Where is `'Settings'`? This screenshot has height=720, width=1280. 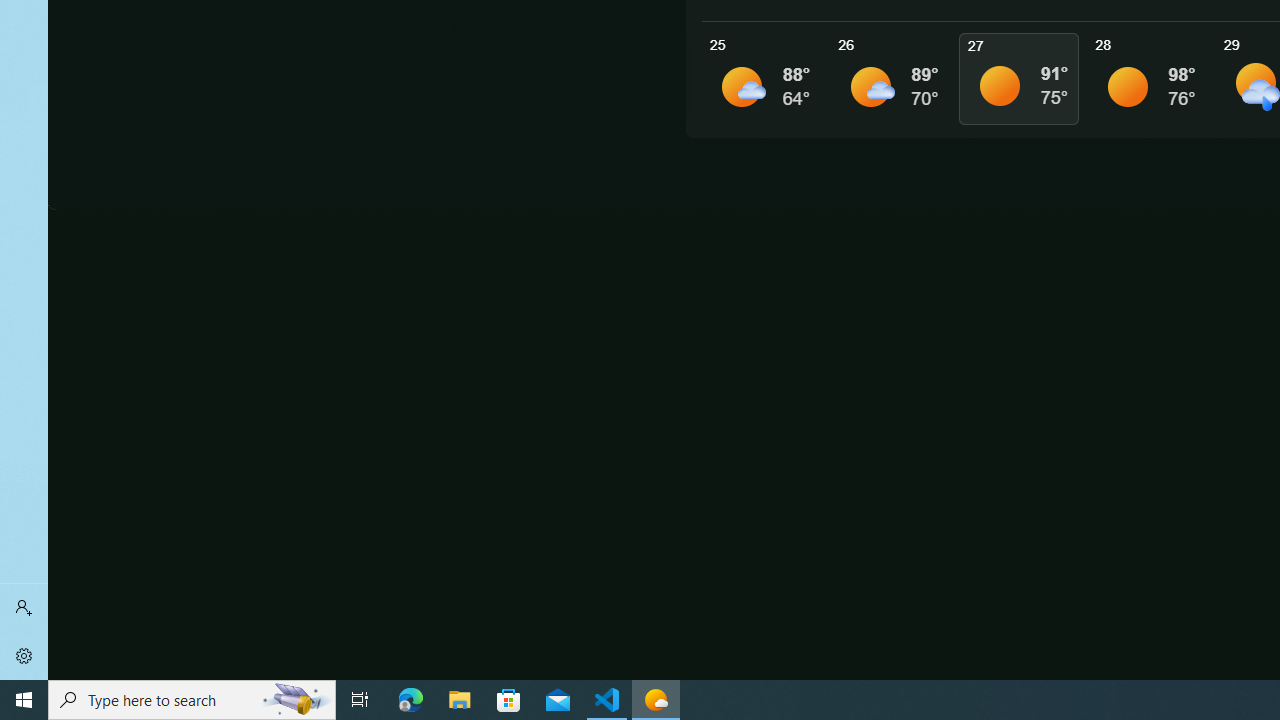
'Settings' is located at coordinates (24, 655).